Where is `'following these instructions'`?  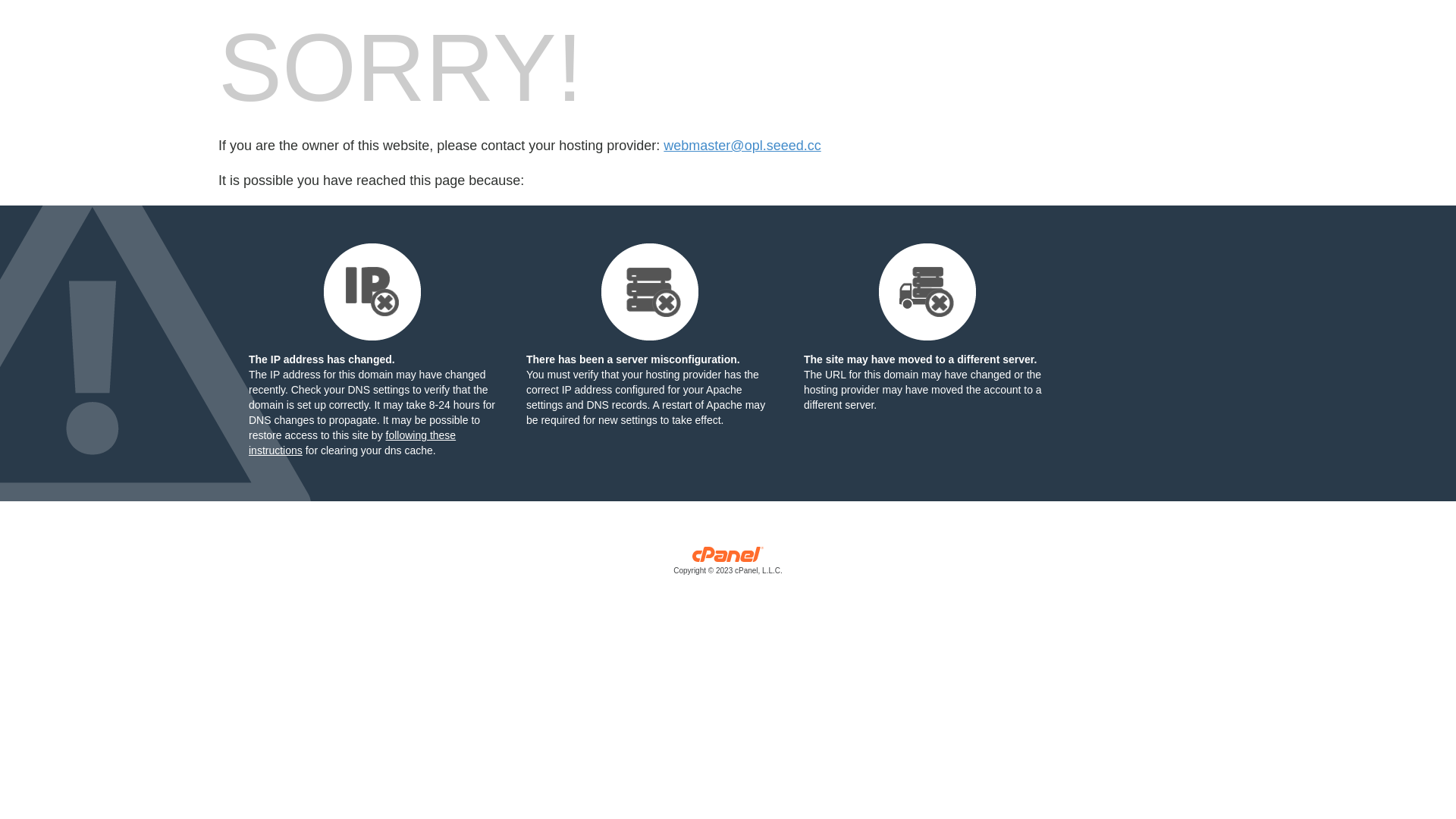 'following these instructions' is located at coordinates (351, 442).